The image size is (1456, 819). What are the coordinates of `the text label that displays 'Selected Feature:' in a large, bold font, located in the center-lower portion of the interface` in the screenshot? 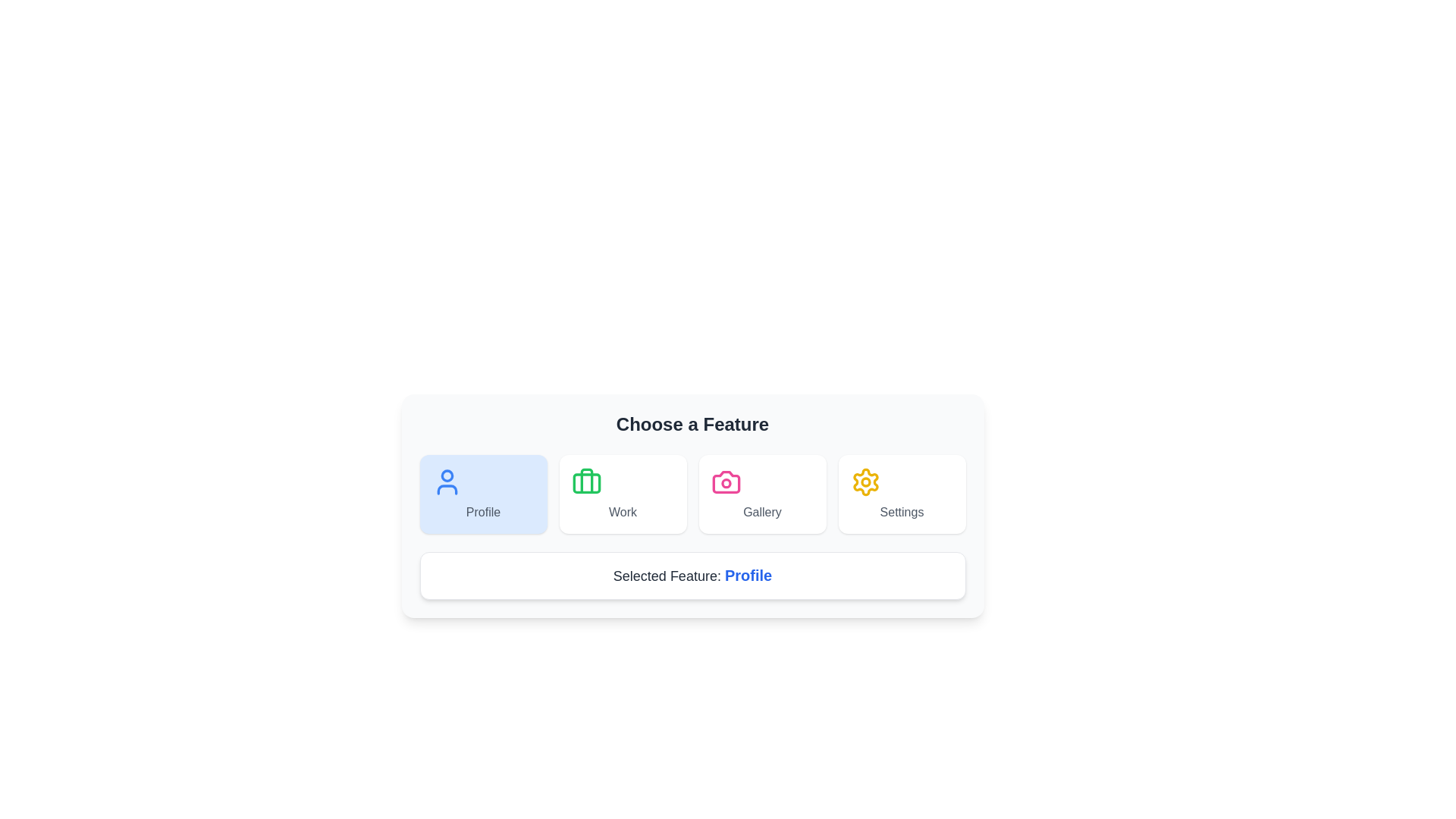 It's located at (668, 576).